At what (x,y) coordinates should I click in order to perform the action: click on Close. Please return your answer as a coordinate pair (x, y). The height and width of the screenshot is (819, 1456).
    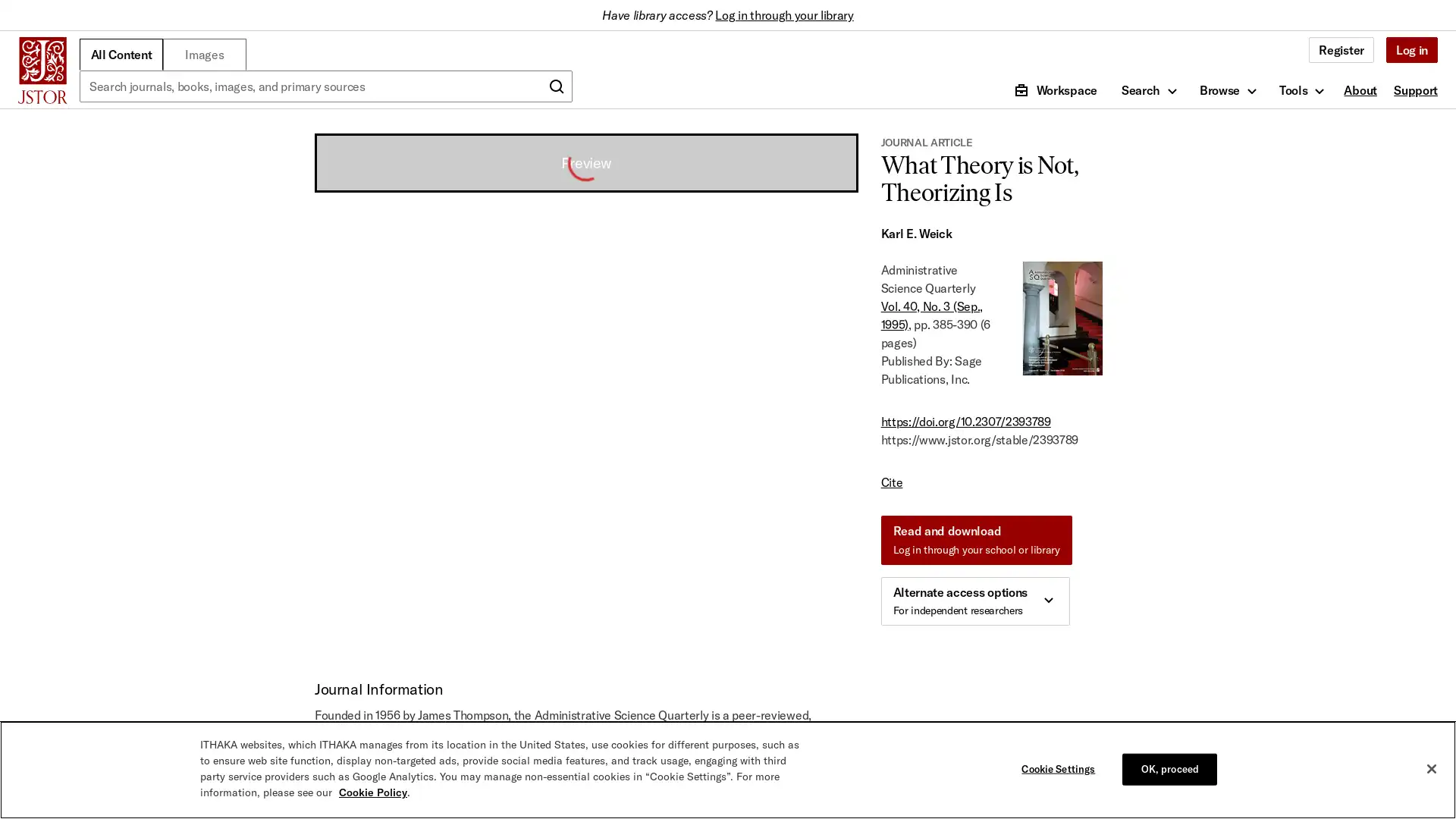
    Looking at the image, I should click on (1430, 769).